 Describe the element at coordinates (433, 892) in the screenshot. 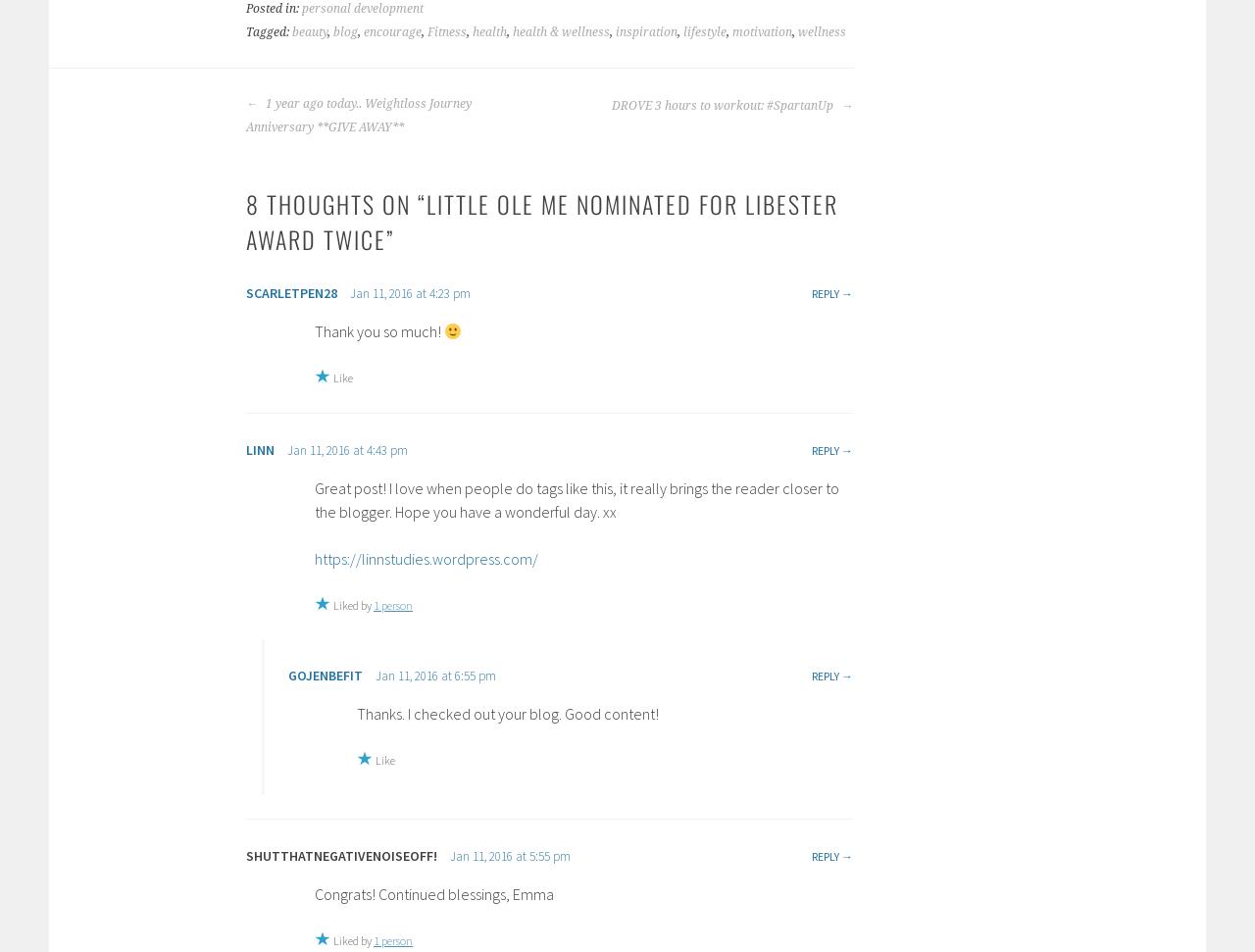

I see `'Congrats! Continued blessings, Emma'` at that location.